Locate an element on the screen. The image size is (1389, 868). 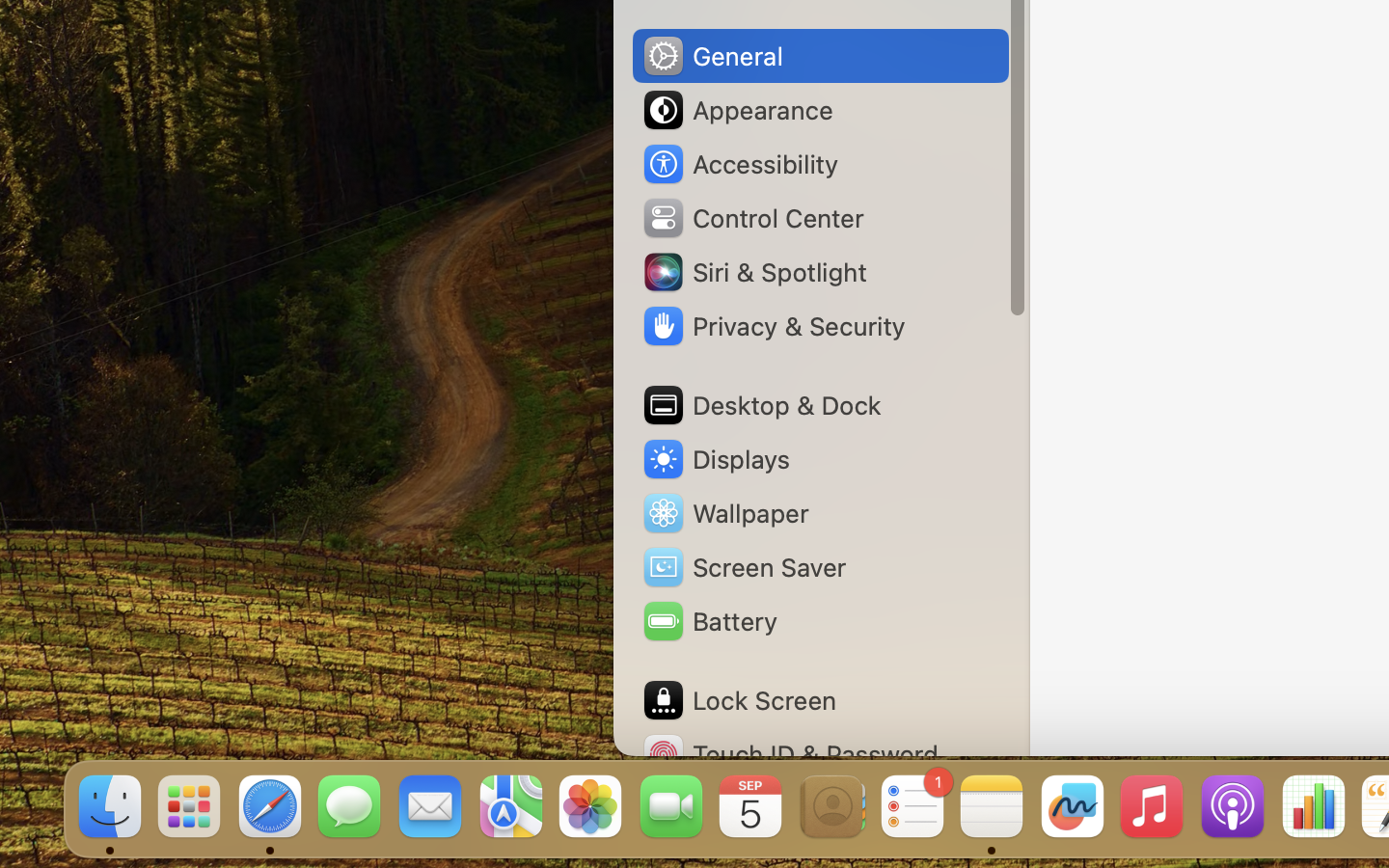
'Accessibility' is located at coordinates (738, 164).